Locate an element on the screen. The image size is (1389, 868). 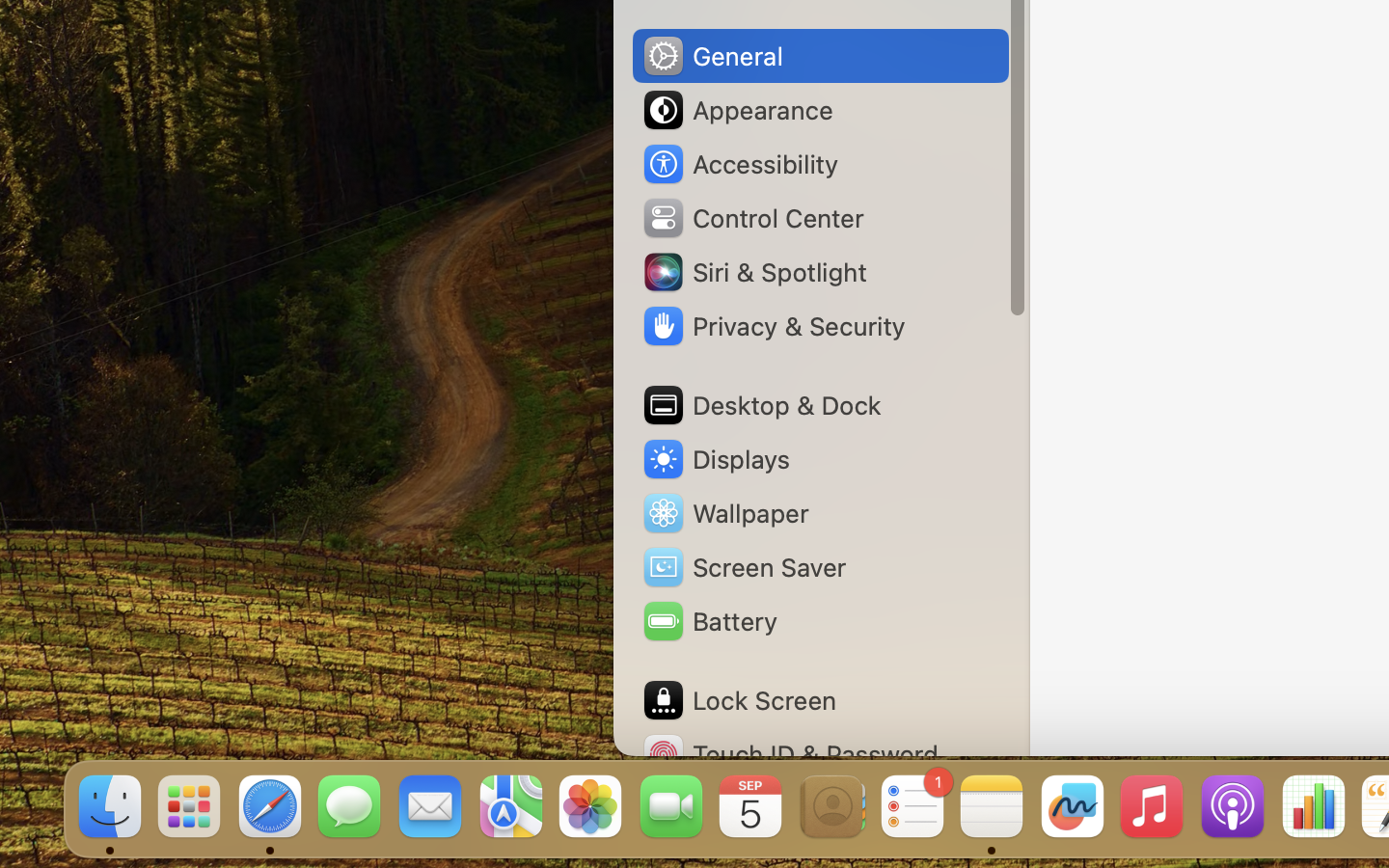
'Accessibility' is located at coordinates (738, 164).